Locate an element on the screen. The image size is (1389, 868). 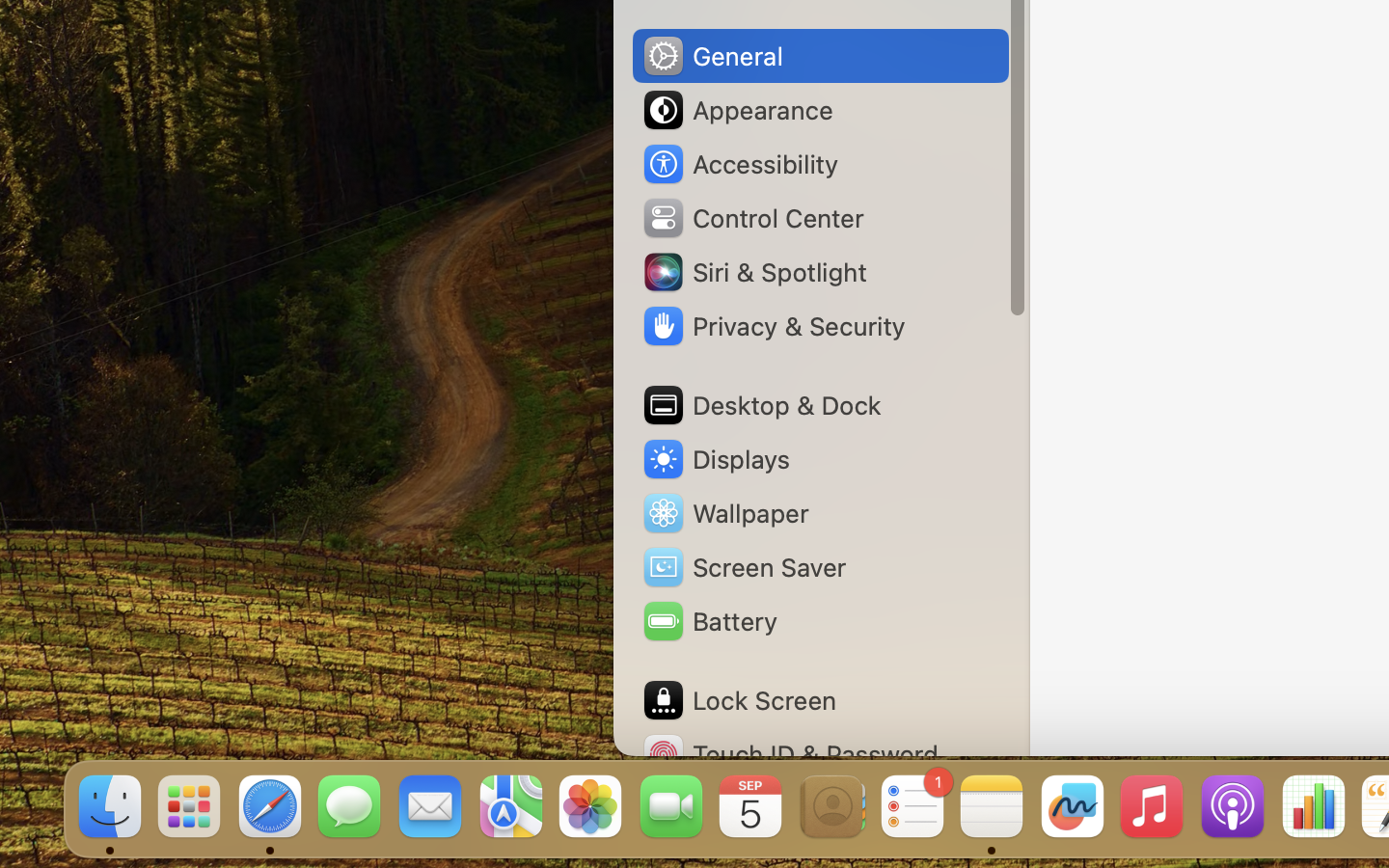
'Accessibility' is located at coordinates (738, 164).